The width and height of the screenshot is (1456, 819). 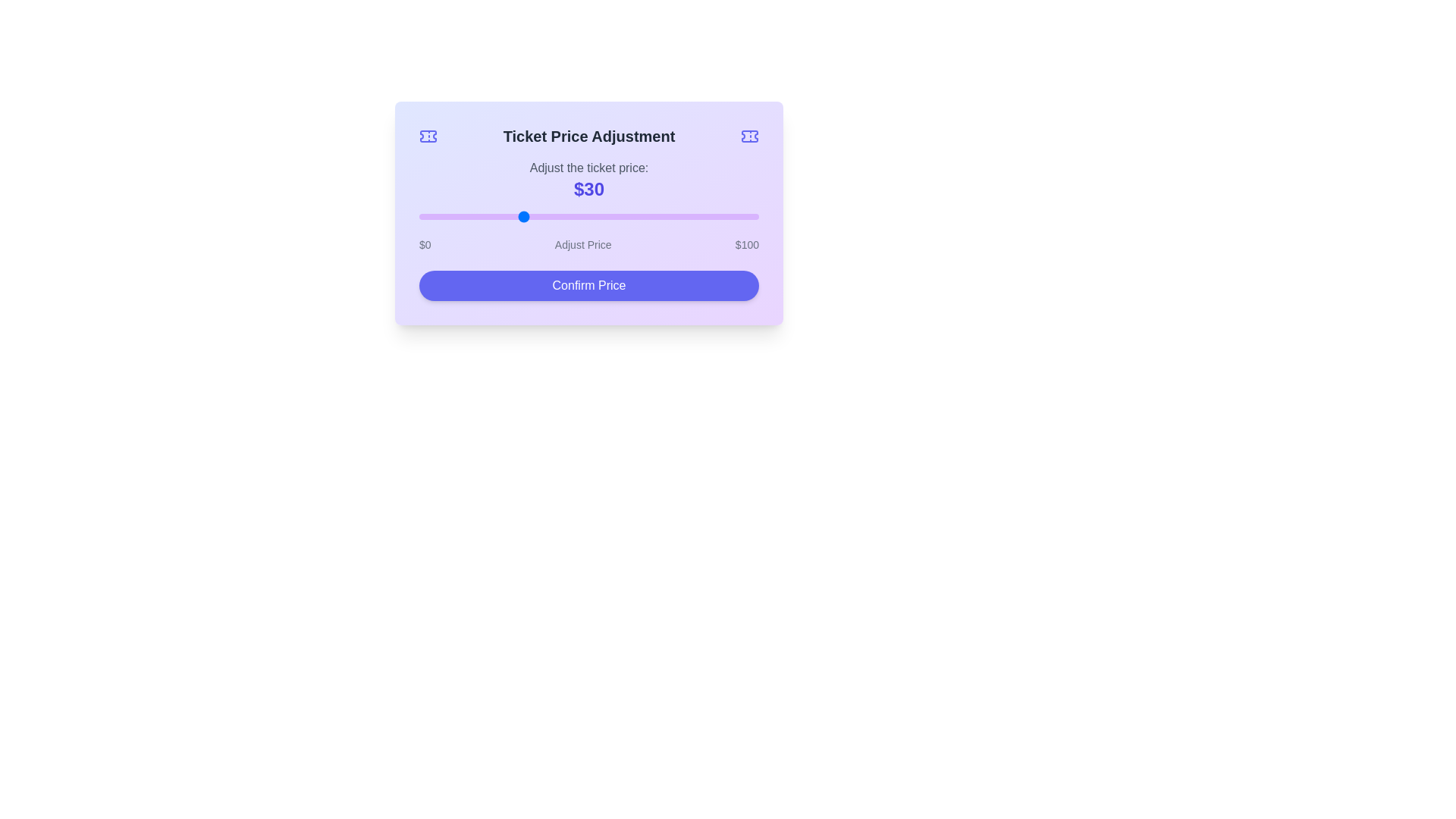 What do you see at coordinates (742, 216) in the screenshot?
I see `the ticket price to 95 using the slider` at bounding box center [742, 216].